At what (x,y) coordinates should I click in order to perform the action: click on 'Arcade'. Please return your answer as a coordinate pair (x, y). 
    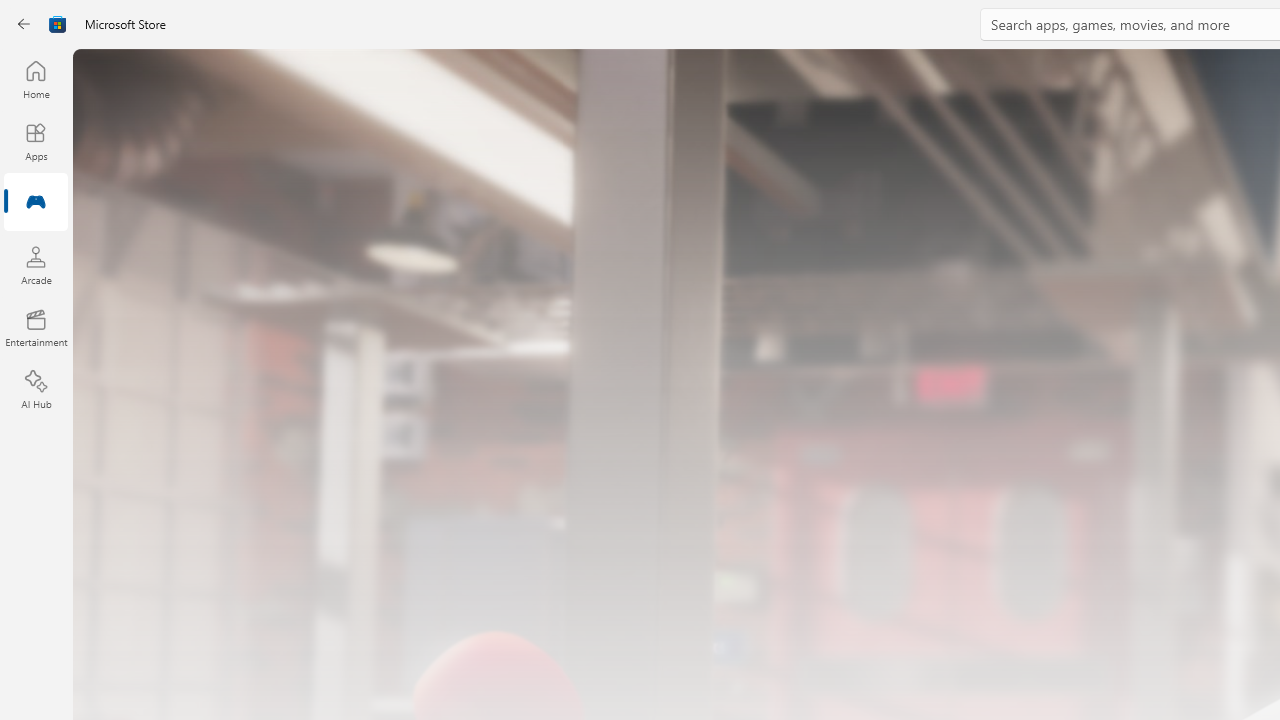
    Looking at the image, I should click on (35, 264).